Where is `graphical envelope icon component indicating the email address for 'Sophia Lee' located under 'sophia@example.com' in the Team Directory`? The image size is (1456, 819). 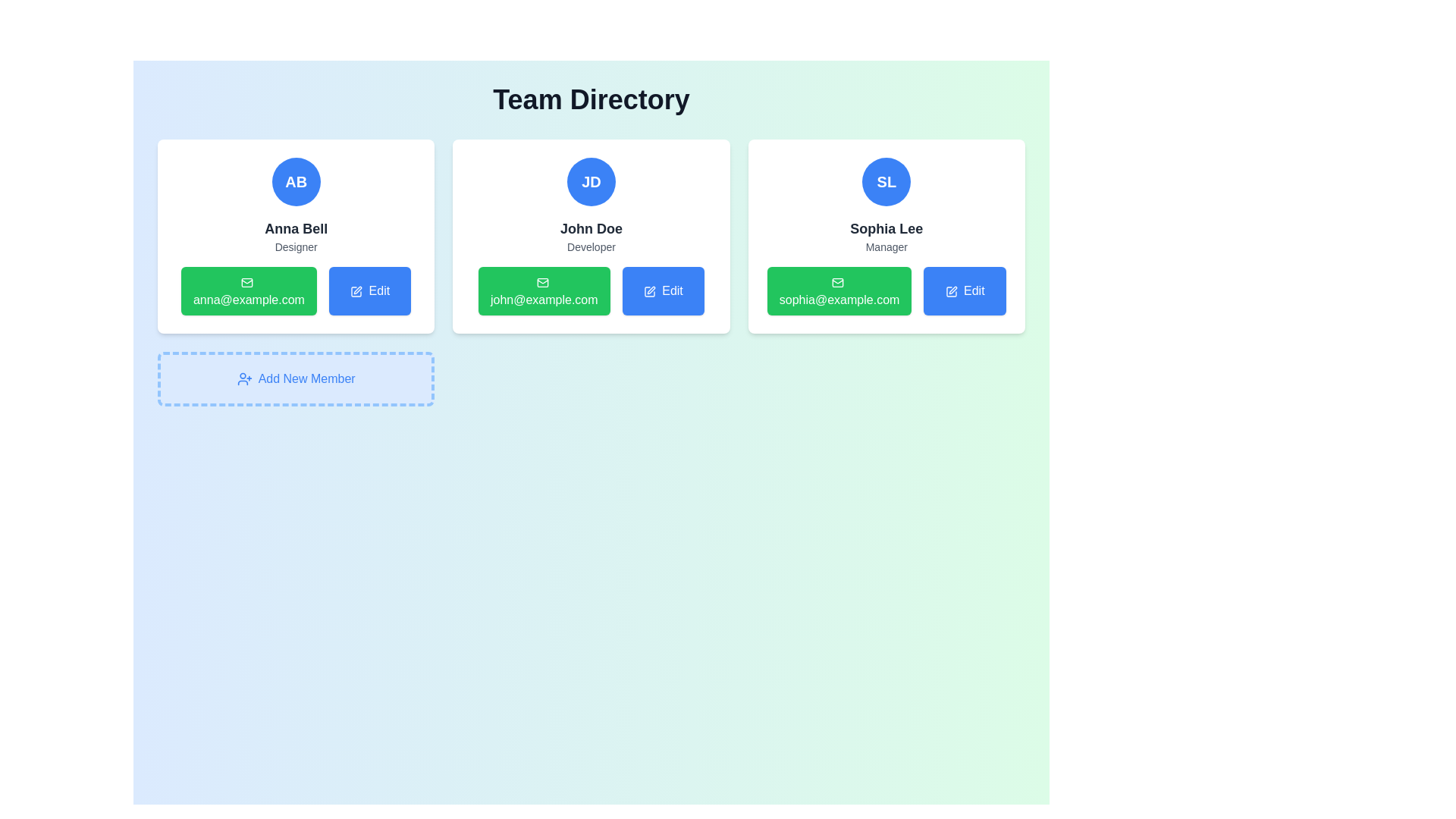
graphical envelope icon component indicating the email address for 'Sophia Lee' located under 'sophia@example.com' in the Team Directory is located at coordinates (837, 282).